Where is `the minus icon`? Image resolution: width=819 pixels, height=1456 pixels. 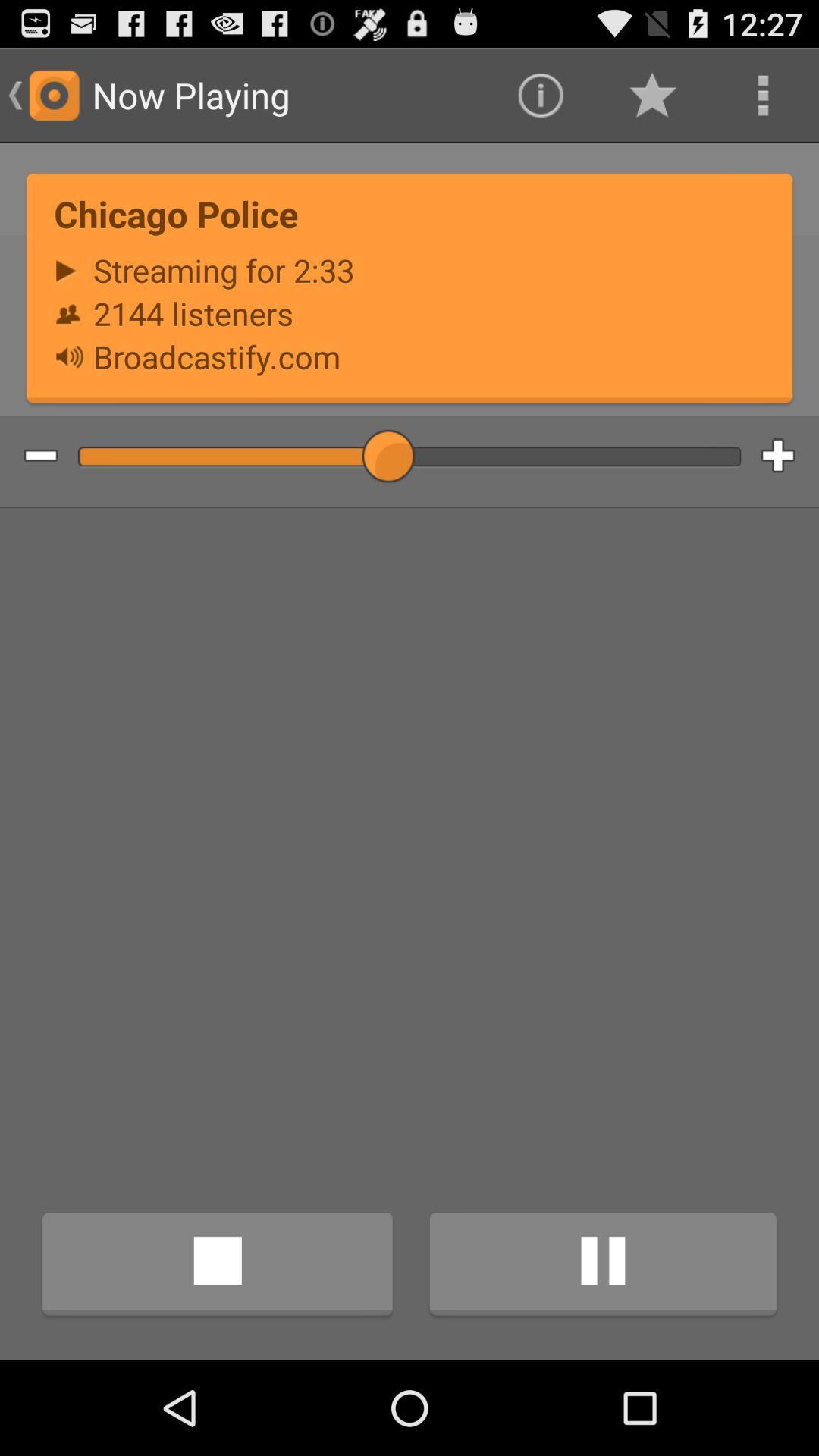
the minus icon is located at coordinates (29, 488).